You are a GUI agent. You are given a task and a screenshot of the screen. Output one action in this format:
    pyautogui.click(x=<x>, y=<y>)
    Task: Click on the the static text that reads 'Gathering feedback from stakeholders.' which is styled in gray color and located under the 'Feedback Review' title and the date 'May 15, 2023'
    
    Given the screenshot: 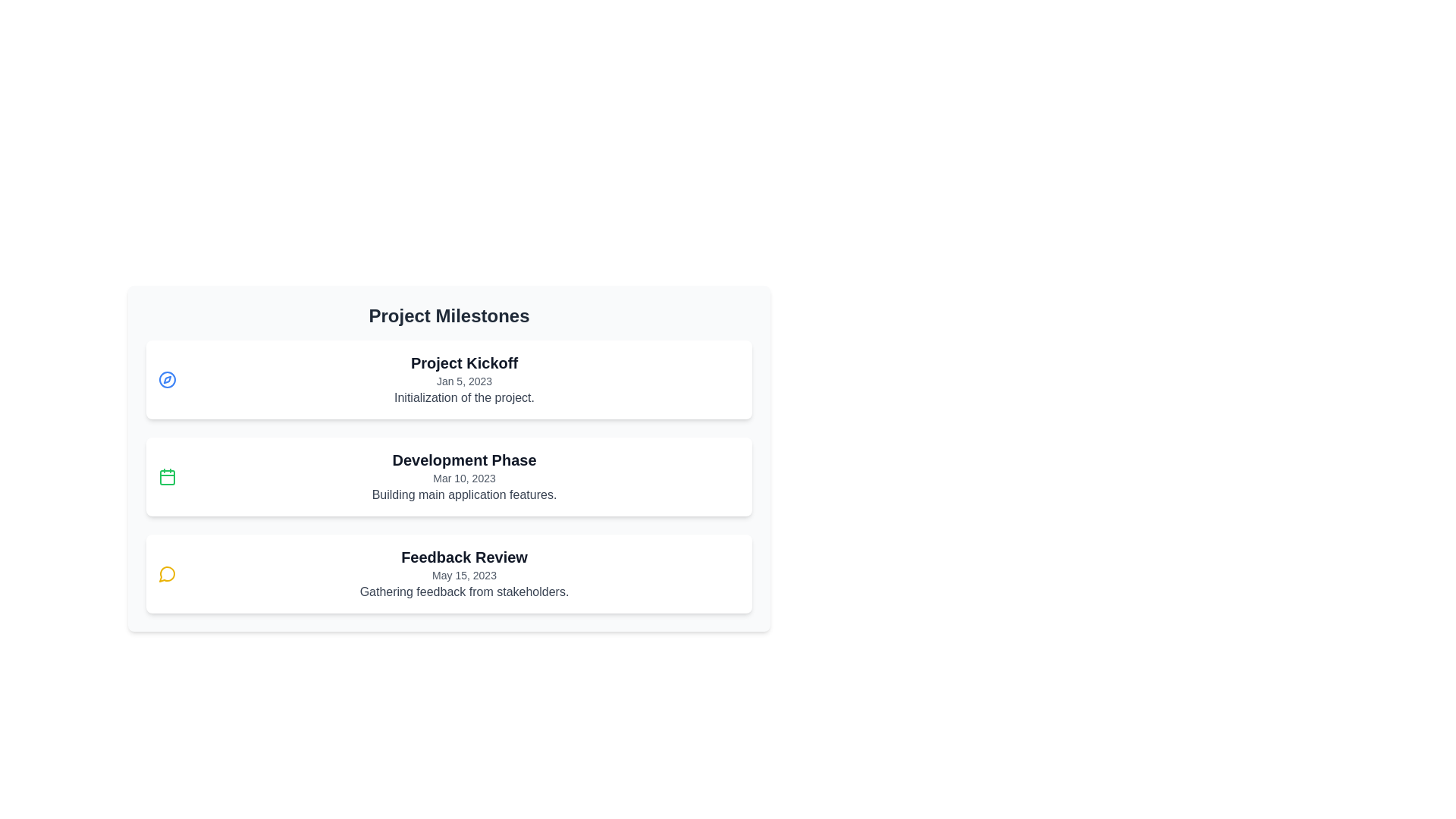 What is the action you would take?
    pyautogui.click(x=463, y=591)
    